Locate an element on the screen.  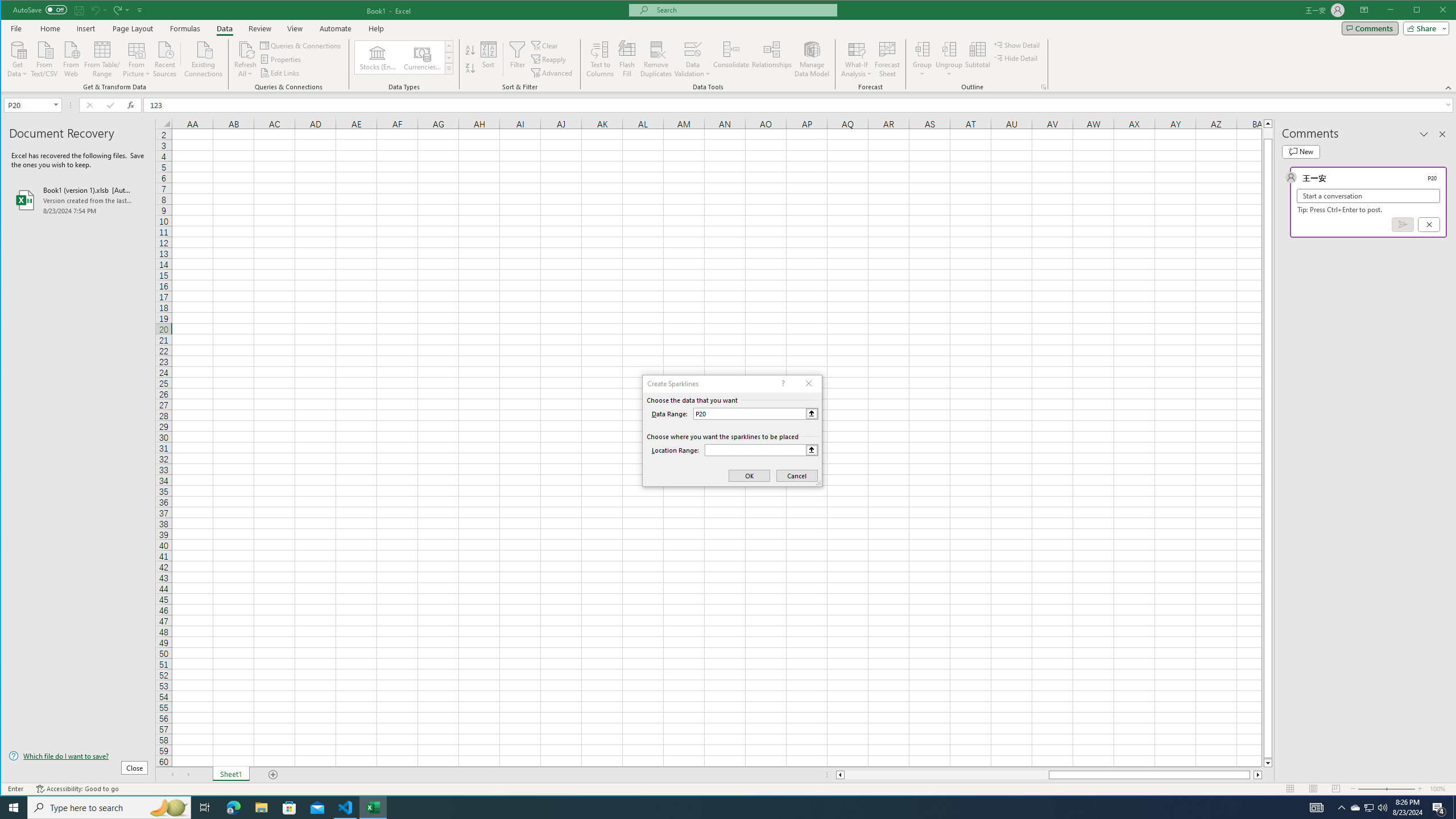
'Page up' is located at coordinates (1268, 133).